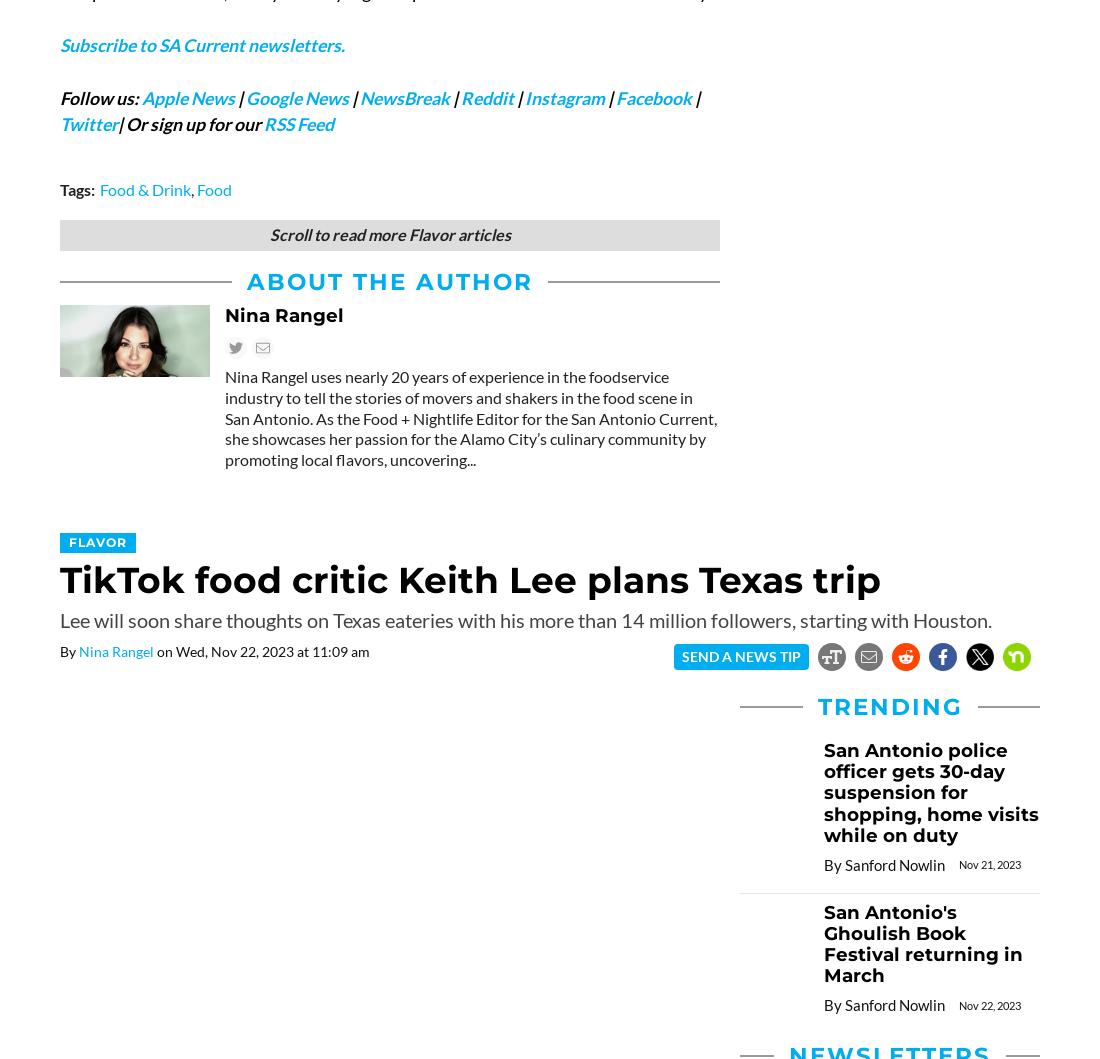  What do you see at coordinates (100, 97) in the screenshot?
I see `'Follow us:'` at bounding box center [100, 97].